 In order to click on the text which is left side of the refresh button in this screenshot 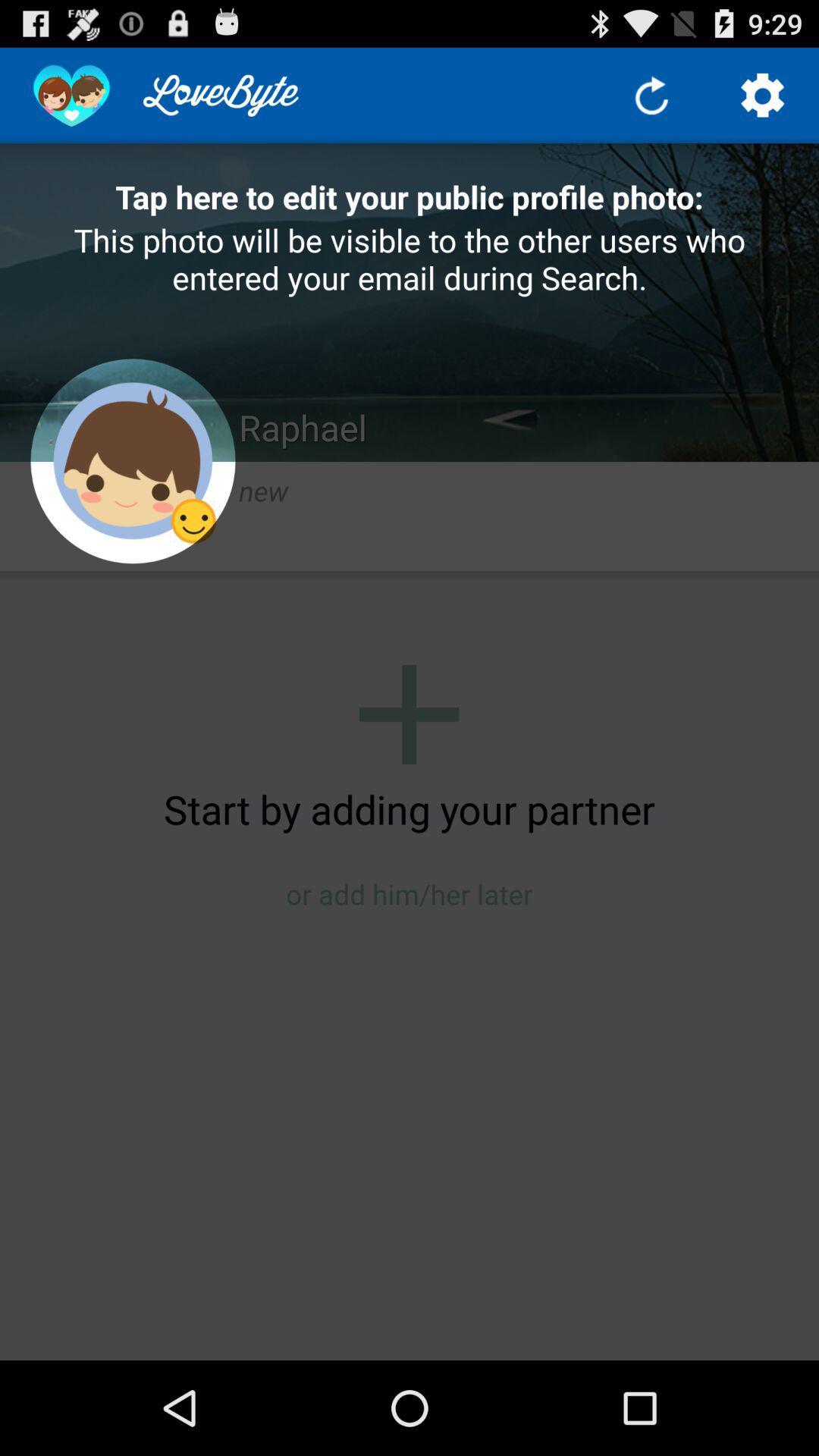, I will do `click(221, 94)`.